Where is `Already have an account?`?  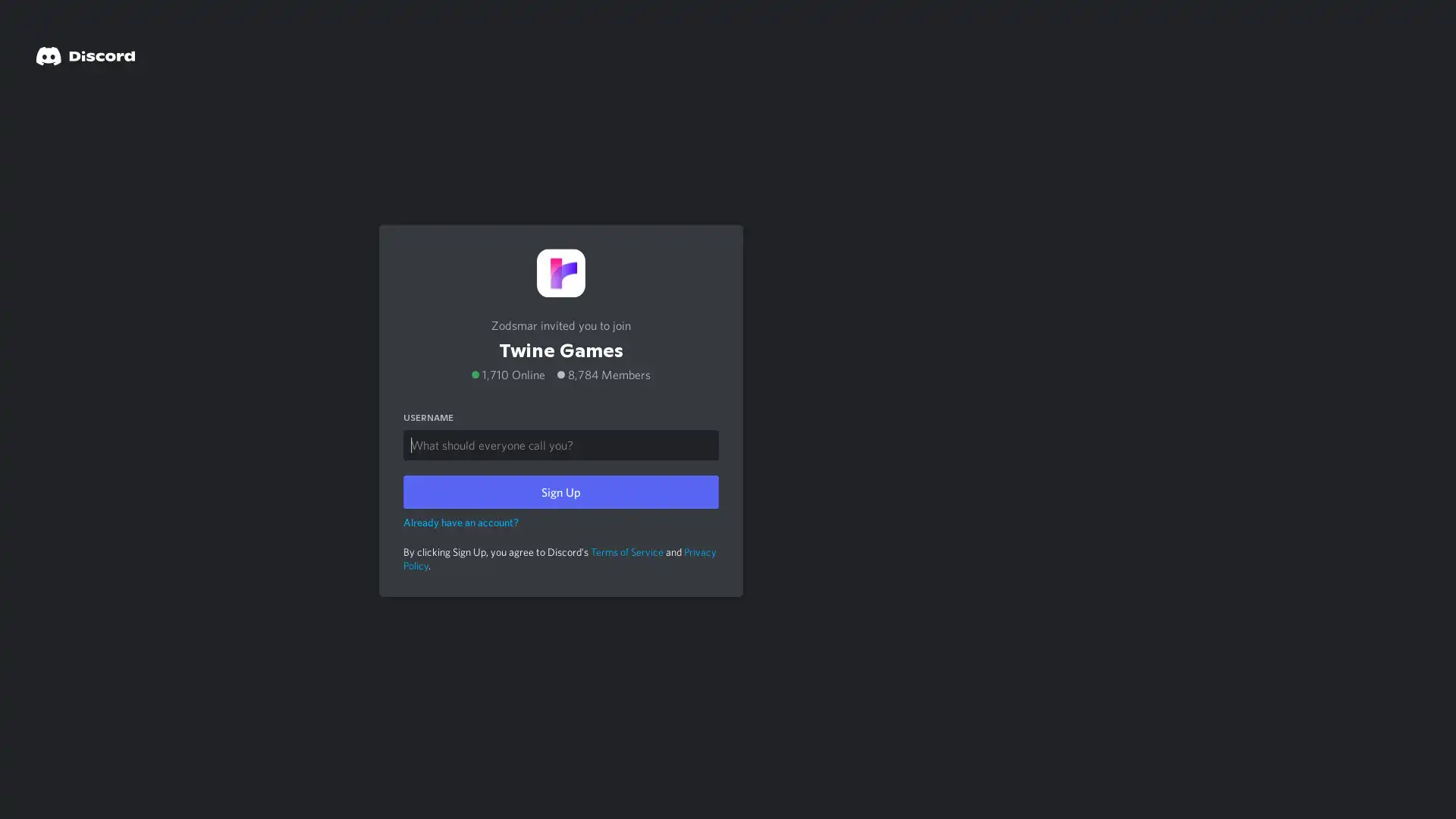
Already have an account? is located at coordinates (460, 519).